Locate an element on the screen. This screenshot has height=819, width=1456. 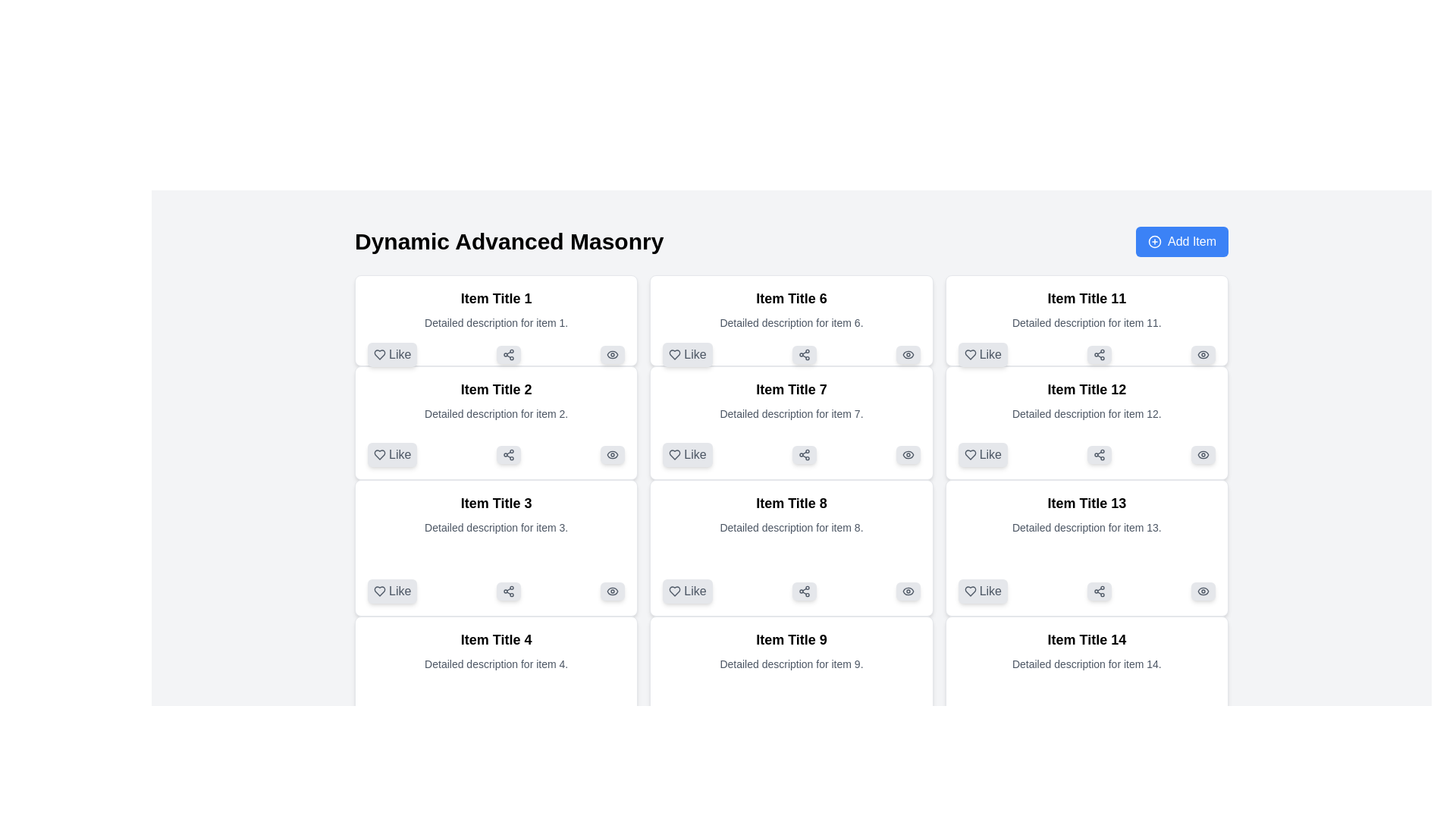
the button in the upper-right corner adjacent to the header text 'Dynamic Advanced Masonry' is located at coordinates (1181, 241).